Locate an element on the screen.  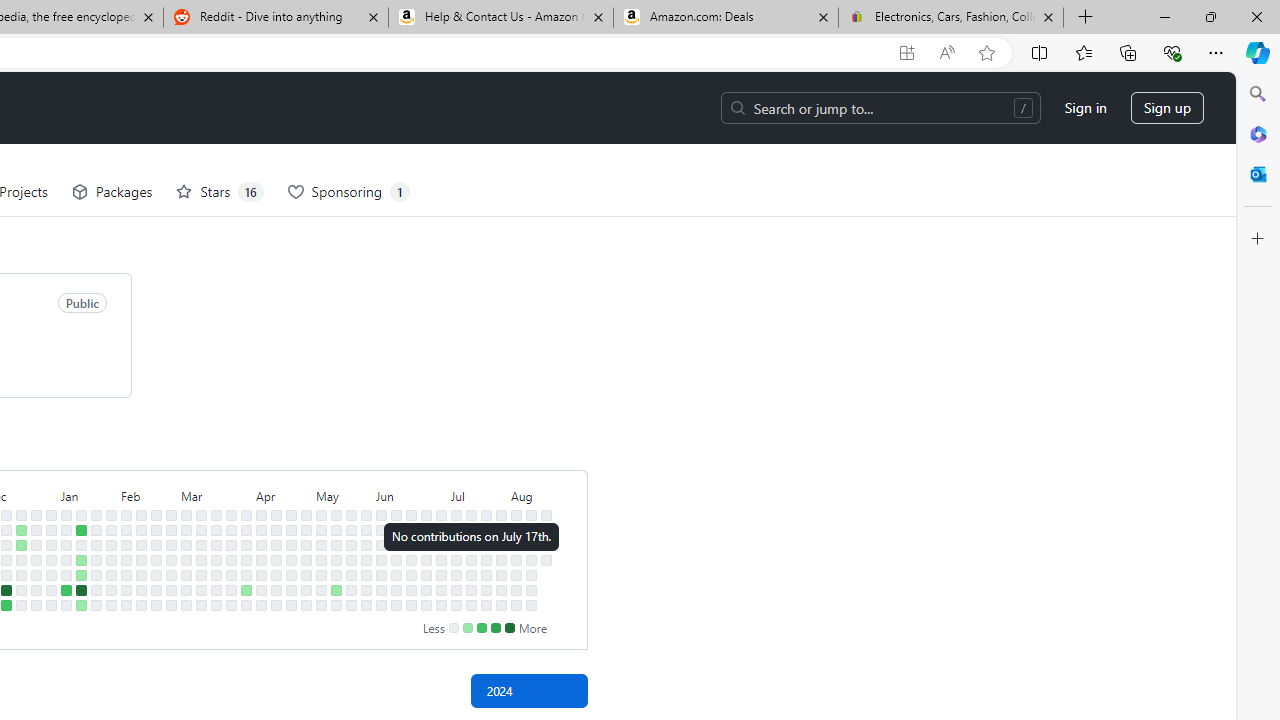
'No contributions on July 13th.' is located at coordinates (455, 604).